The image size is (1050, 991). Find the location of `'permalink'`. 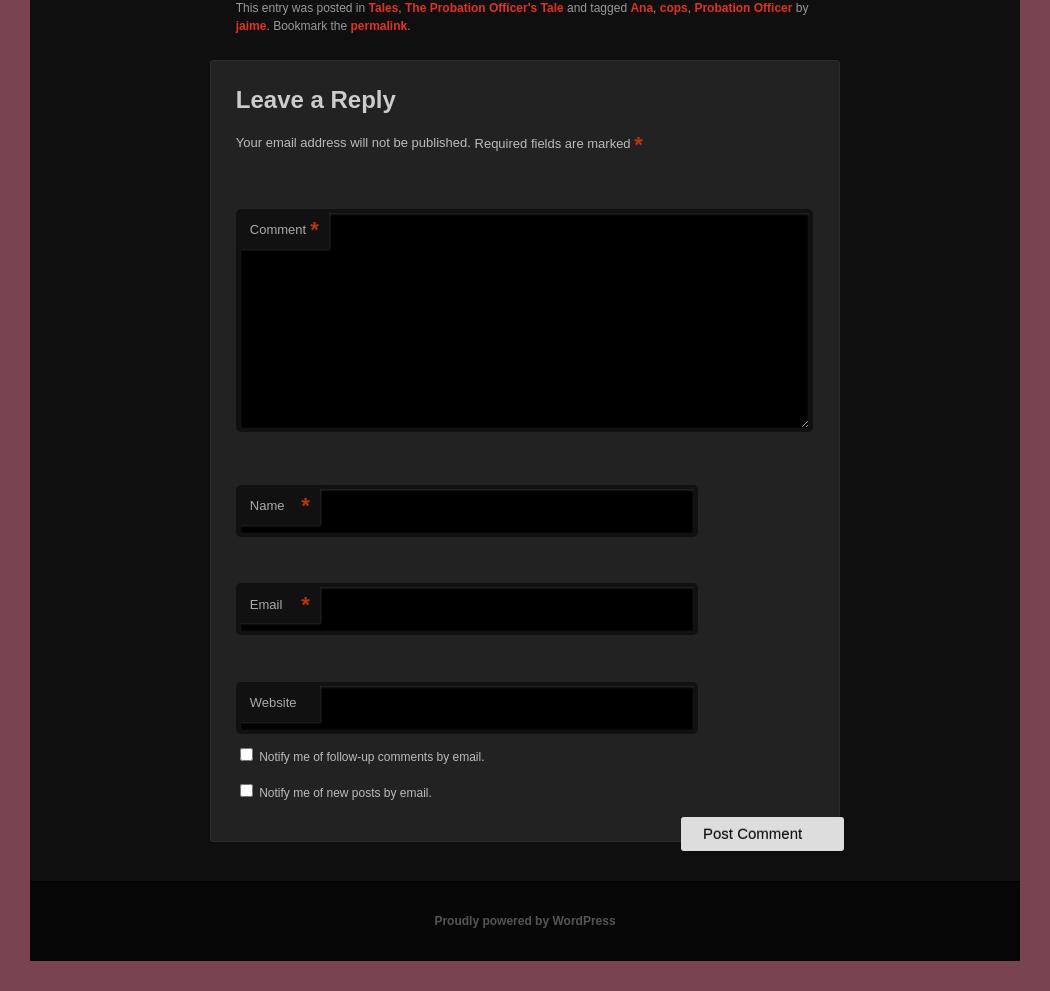

'permalink' is located at coordinates (348, 24).